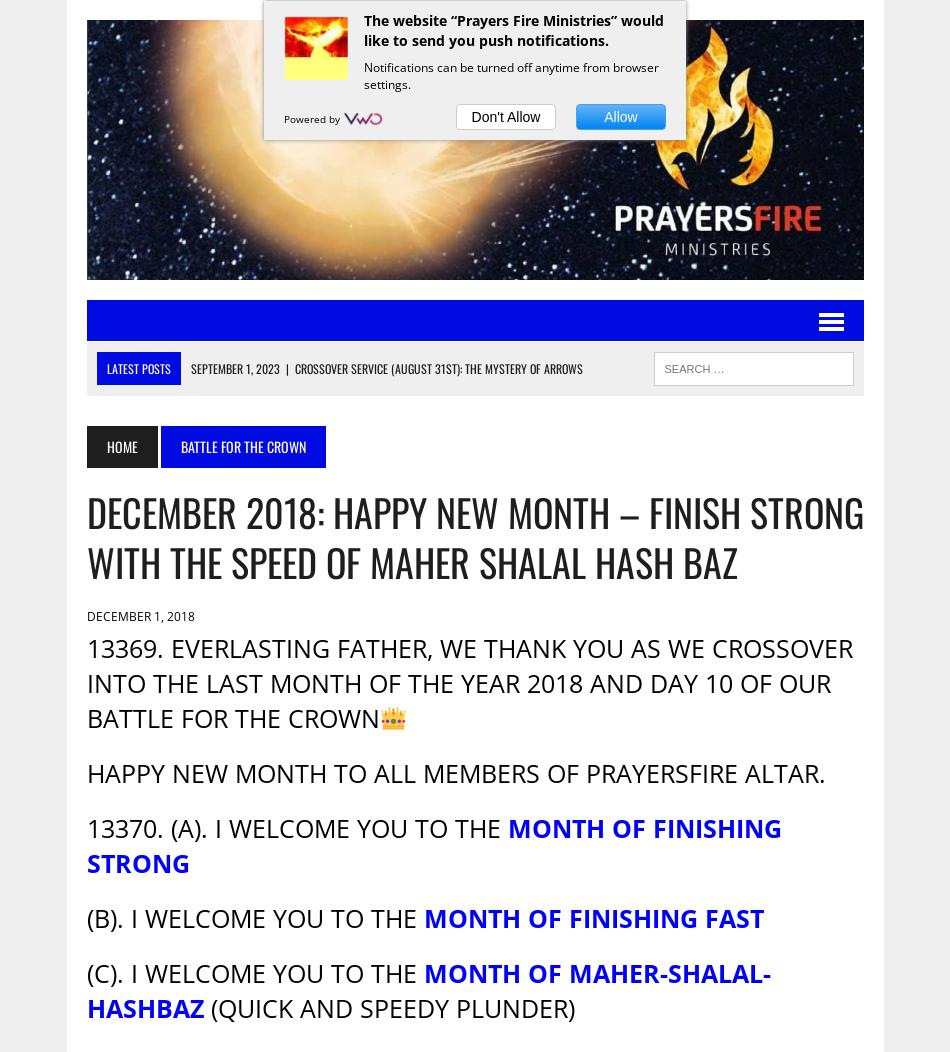  What do you see at coordinates (138, 367) in the screenshot?
I see `'Latest Posts'` at bounding box center [138, 367].